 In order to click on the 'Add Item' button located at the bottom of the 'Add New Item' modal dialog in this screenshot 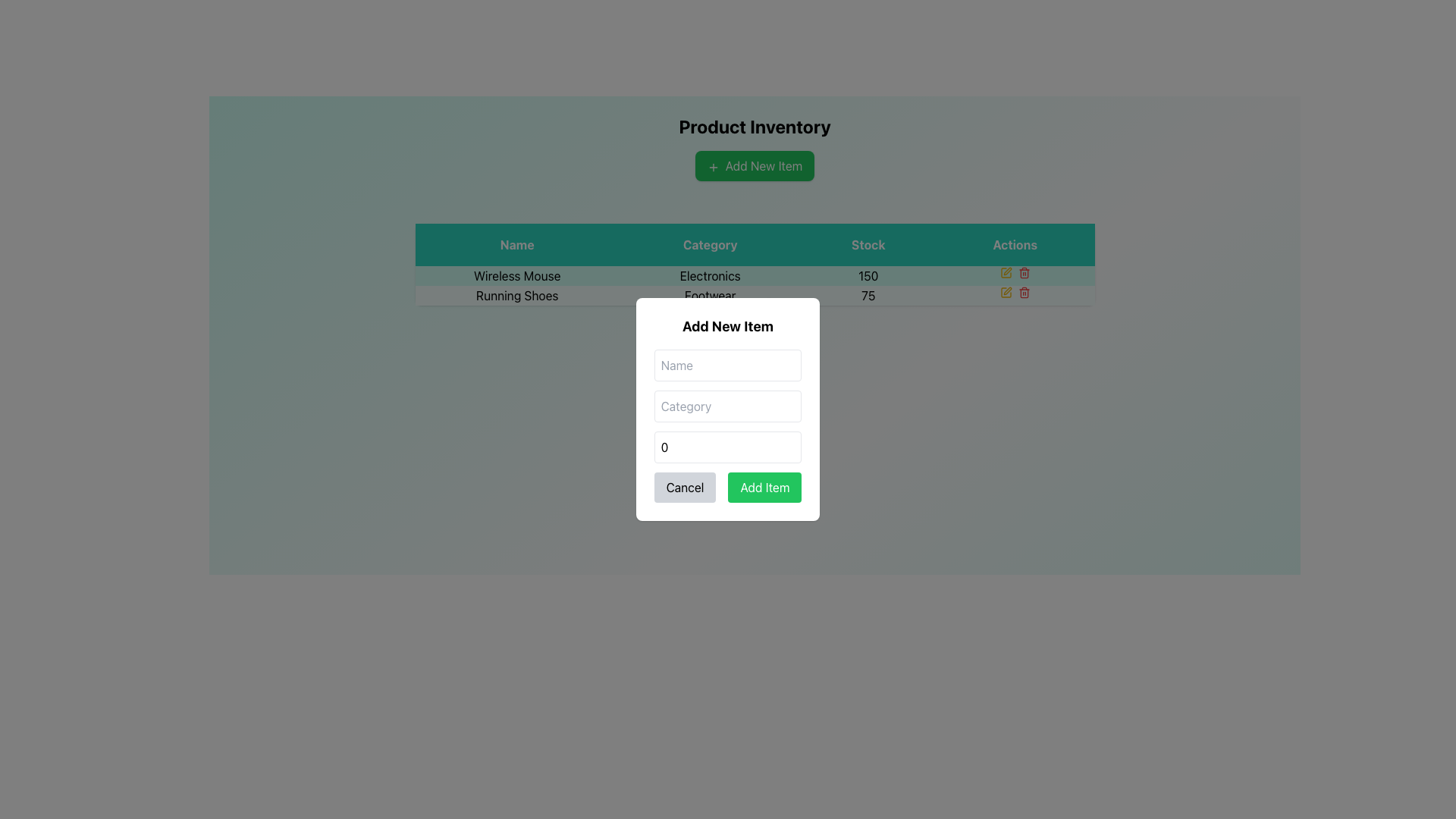, I will do `click(728, 488)`.